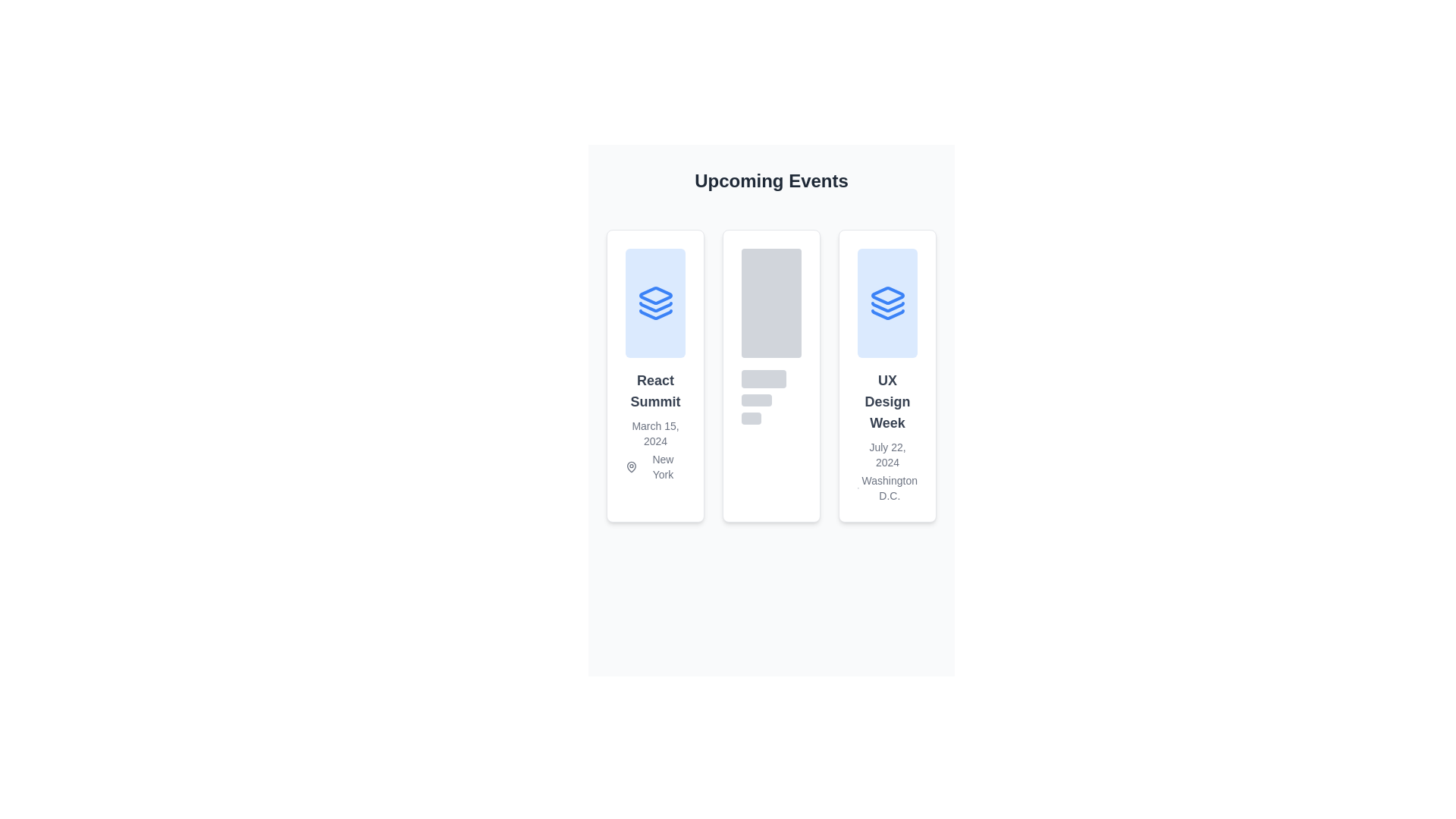  What do you see at coordinates (771, 375) in the screenshot?
I see `the second card in the grid layout under the header 'Upcoming Events', which serves as a placeholder for an upcoming event` at bounding box center [771, 375].